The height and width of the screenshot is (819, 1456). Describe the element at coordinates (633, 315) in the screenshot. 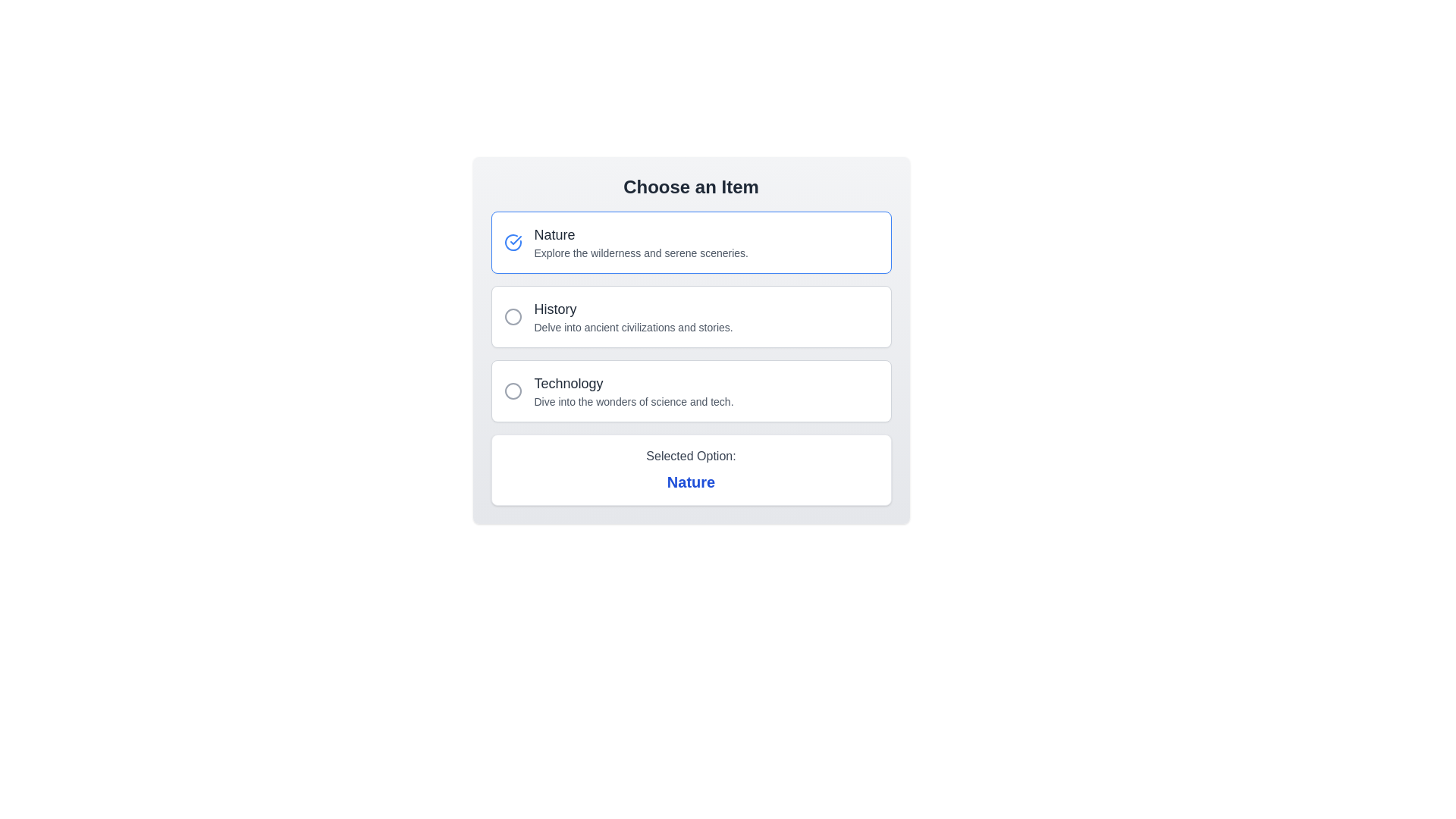

I see `the 'History' category button, which is the second item in a vertical list of options, positioned between 'Nature' and 'Technology'` at that location.